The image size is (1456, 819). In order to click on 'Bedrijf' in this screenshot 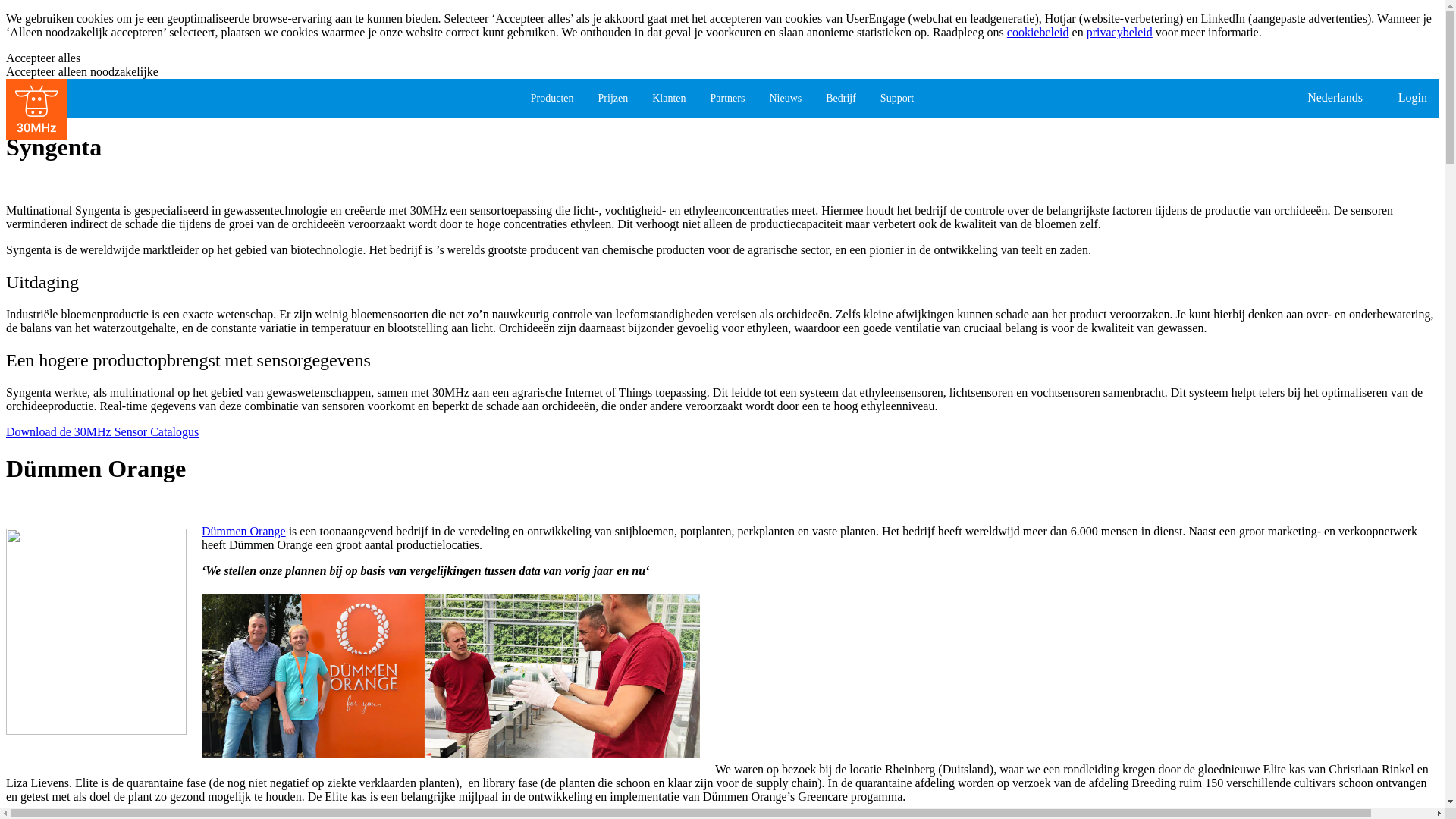, I will do `click(839, 99)`.